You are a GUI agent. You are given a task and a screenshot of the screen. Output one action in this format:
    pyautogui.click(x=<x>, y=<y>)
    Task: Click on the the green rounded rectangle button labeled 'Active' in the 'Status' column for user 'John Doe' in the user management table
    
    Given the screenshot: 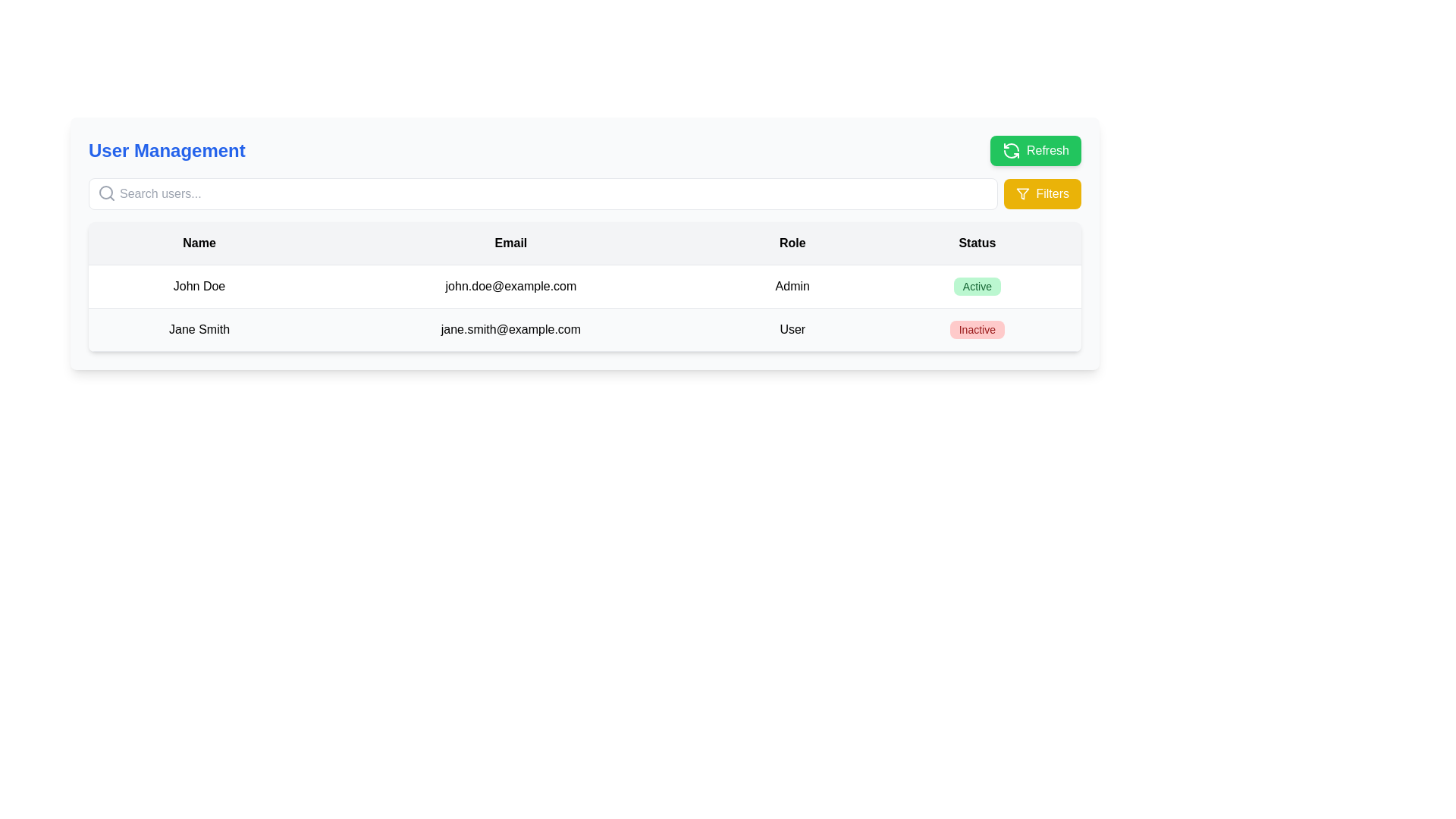 What is the action you would take?
    pyautogui.click(x=977, y=287)
    